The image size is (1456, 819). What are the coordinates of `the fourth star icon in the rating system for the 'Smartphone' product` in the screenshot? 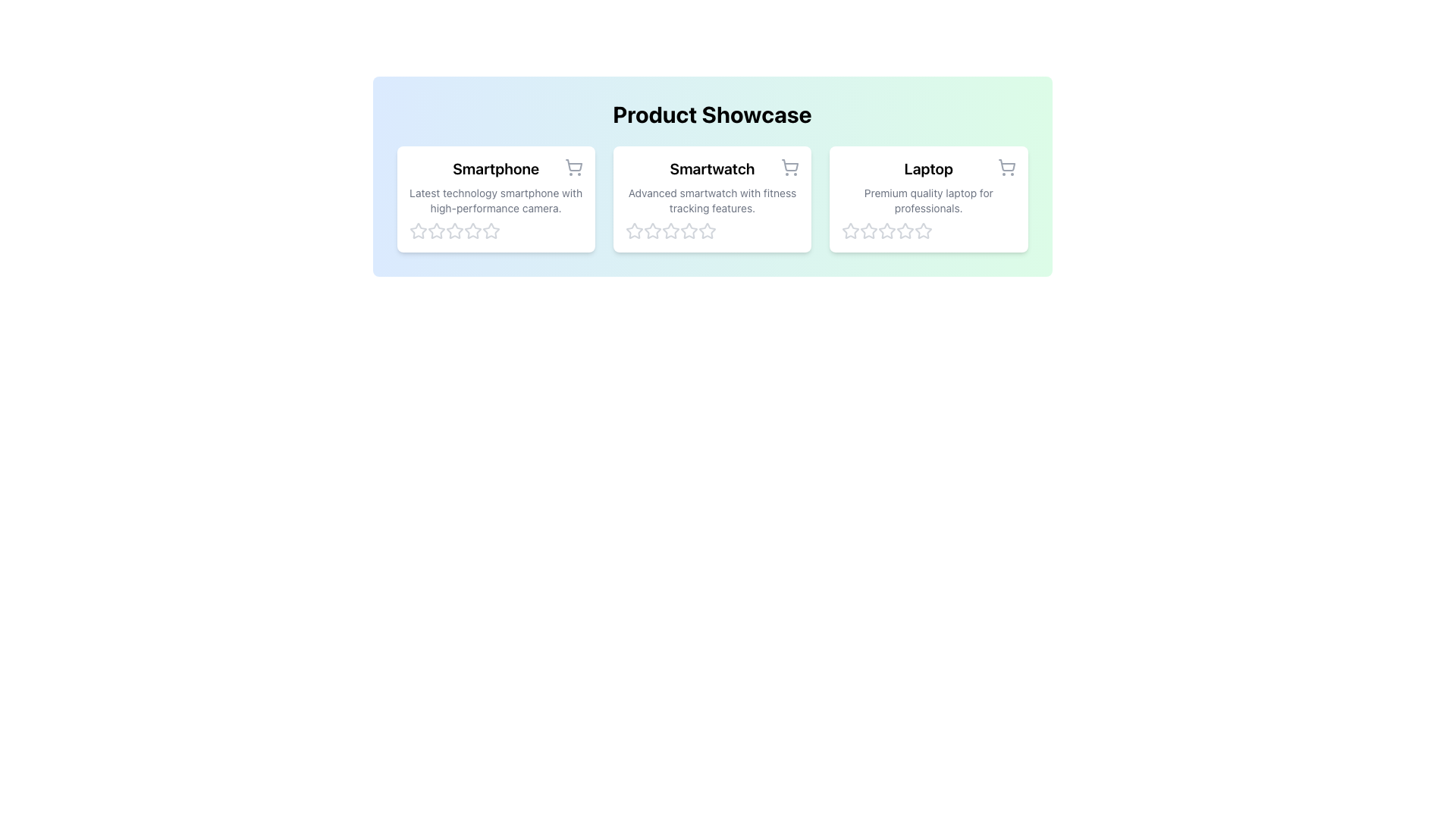 It's located at (472, 231).